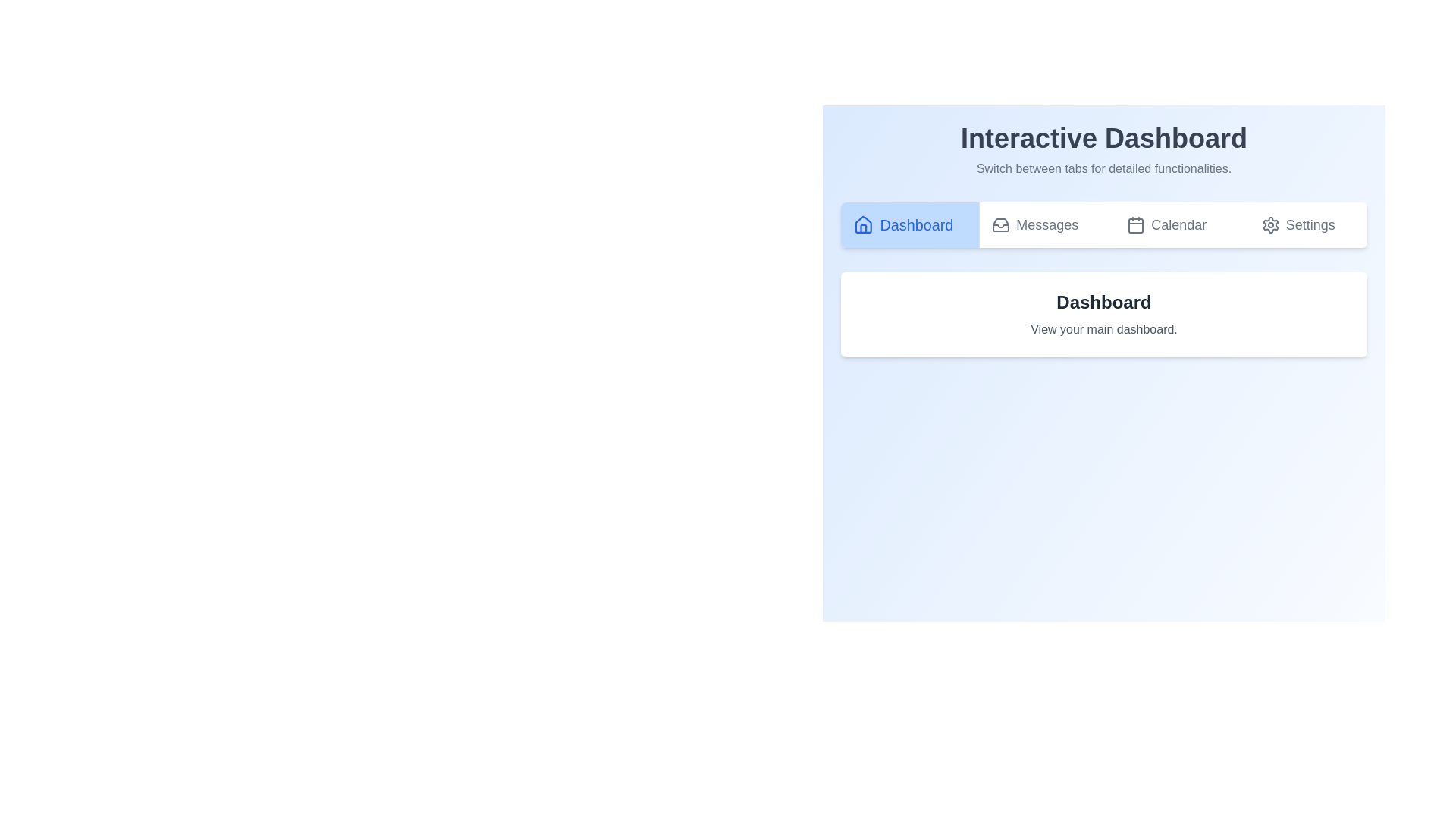 The height and width of the screenshot is (819, 1456). What do you see at coordinates (1270, 225) in the screenshot?
I see `the circular gear-shaped icon that is part of the 'Settings' button located on the right side of the top navigation bar` at bounding box center [1270, 225].